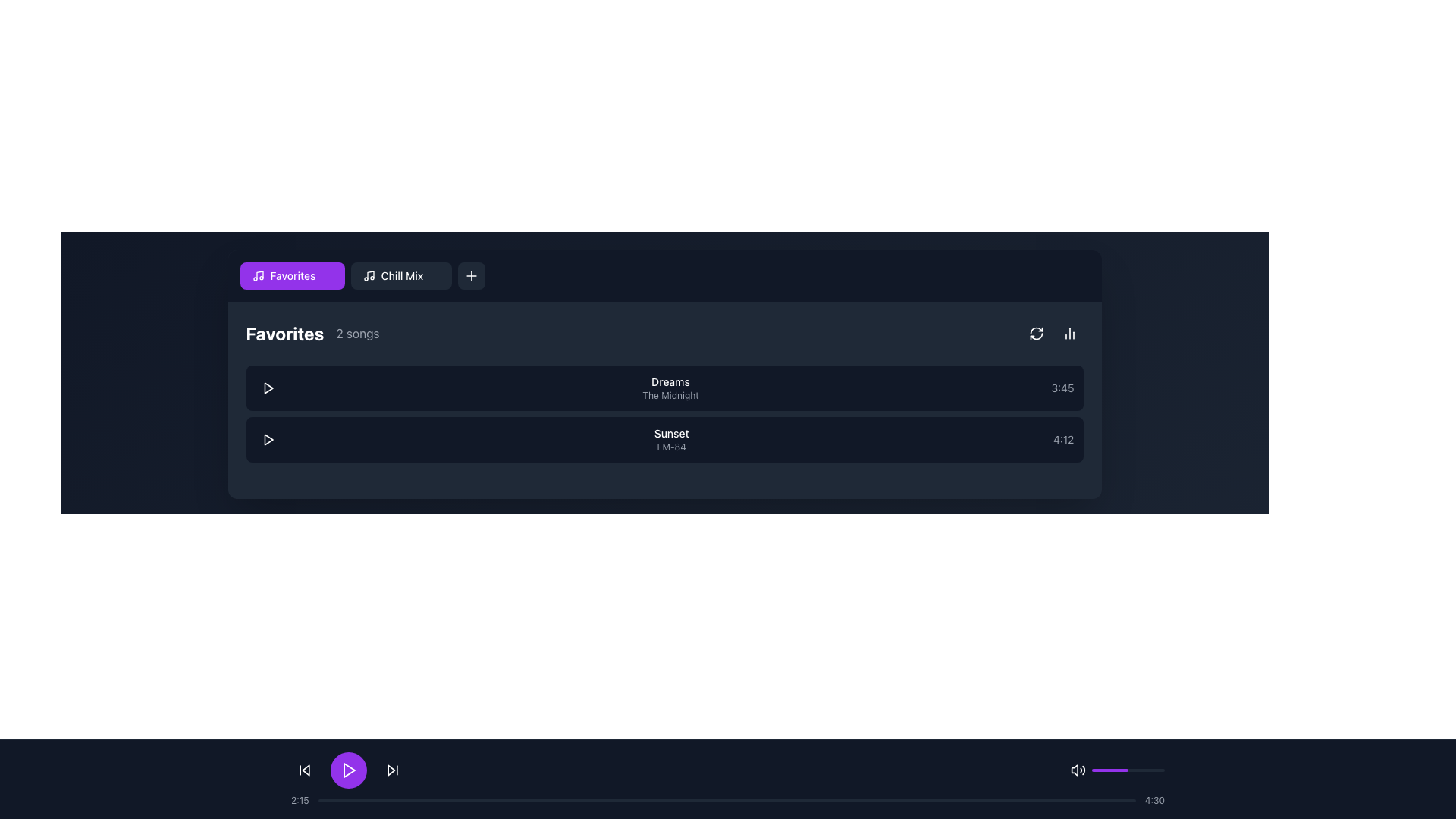  What do you see at coordinates (1069, 800) in the screenshot?
I see `the progress bar` at bounding box center [1069, 800].